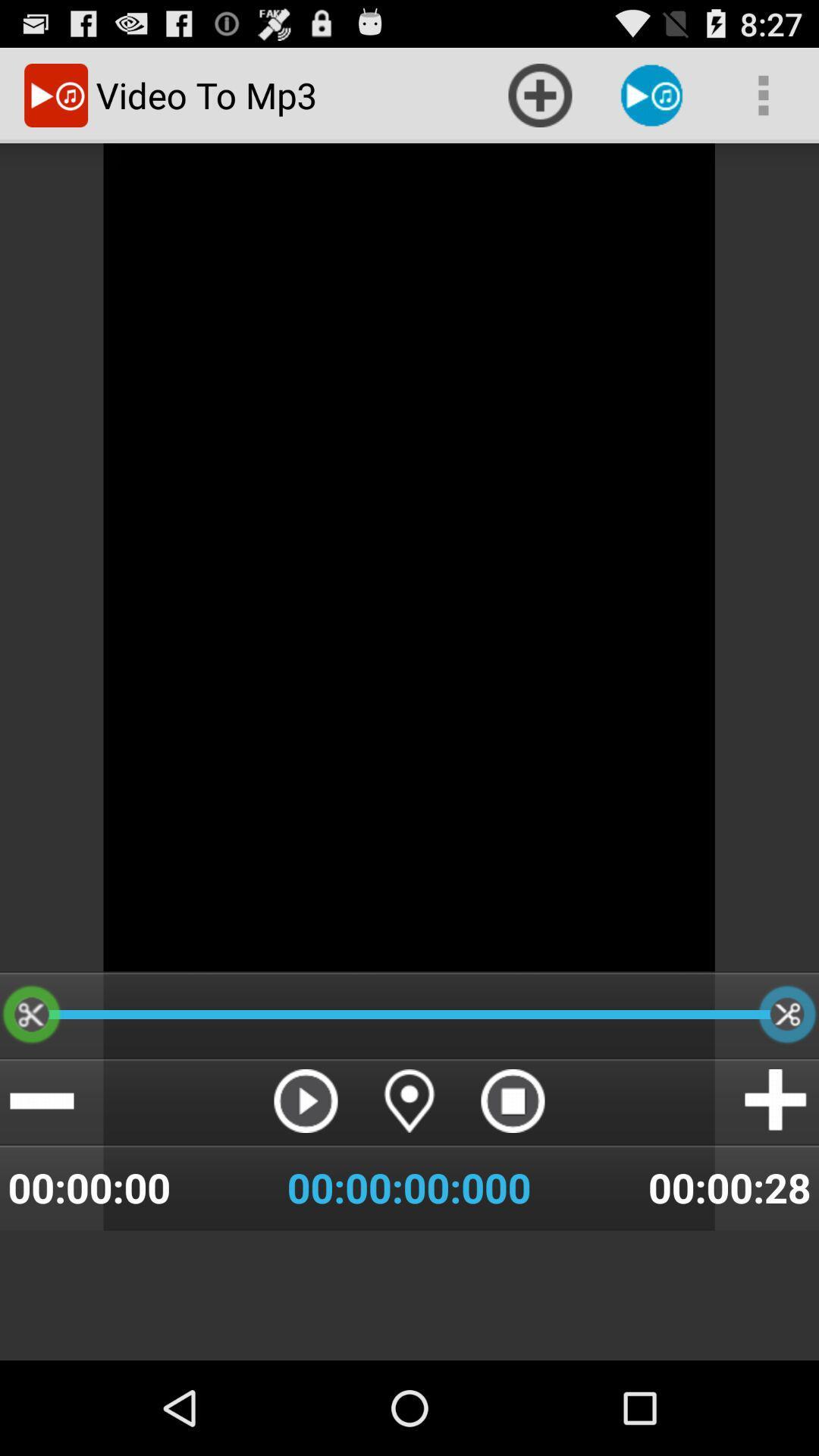  What do you see at coordinates (41, 1100) in the screenshot?
I see `the icon above 00:00:00 app` at bounding box center [41, 1100].